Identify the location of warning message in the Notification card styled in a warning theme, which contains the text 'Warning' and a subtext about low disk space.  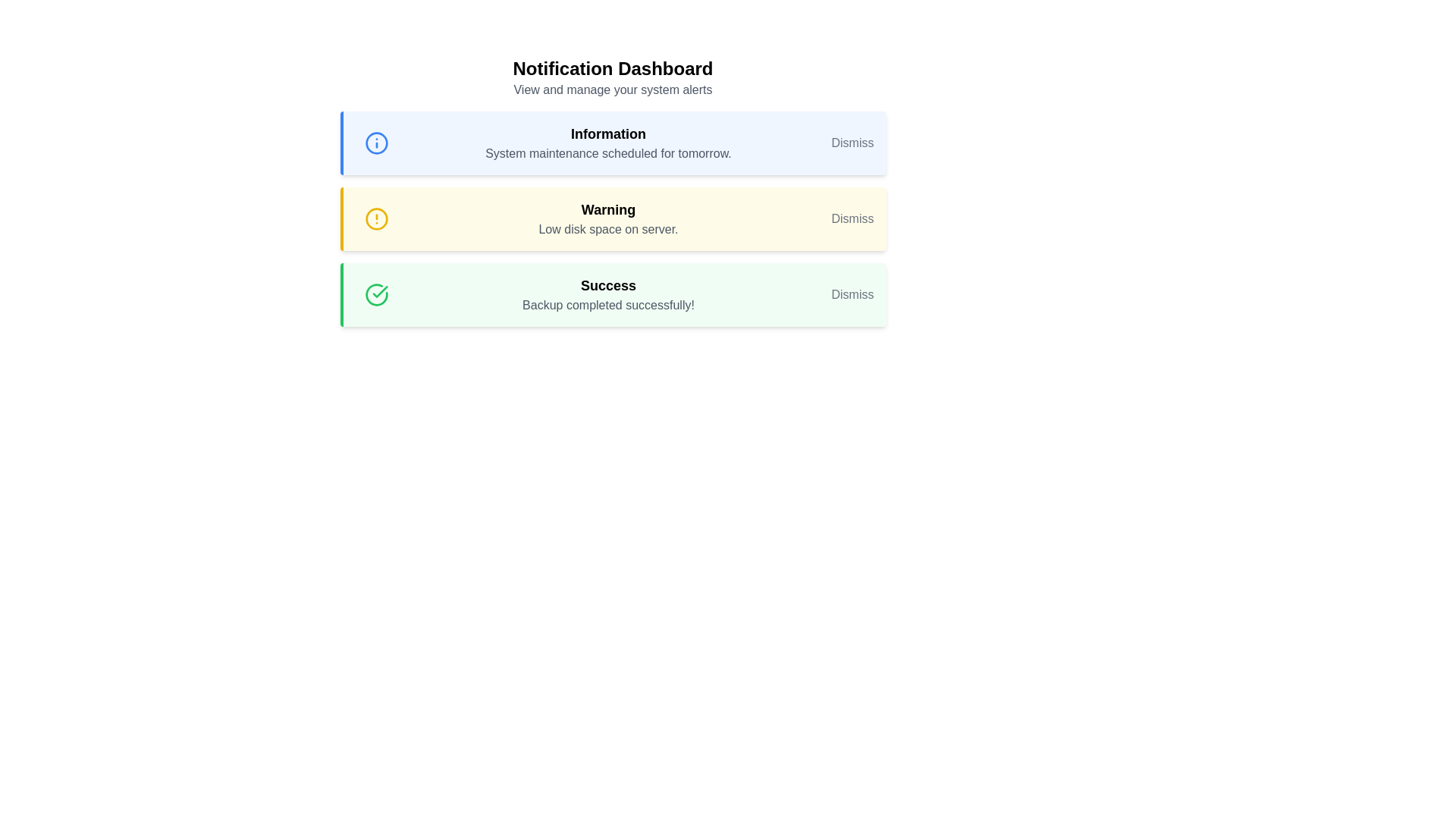
(613, 219).